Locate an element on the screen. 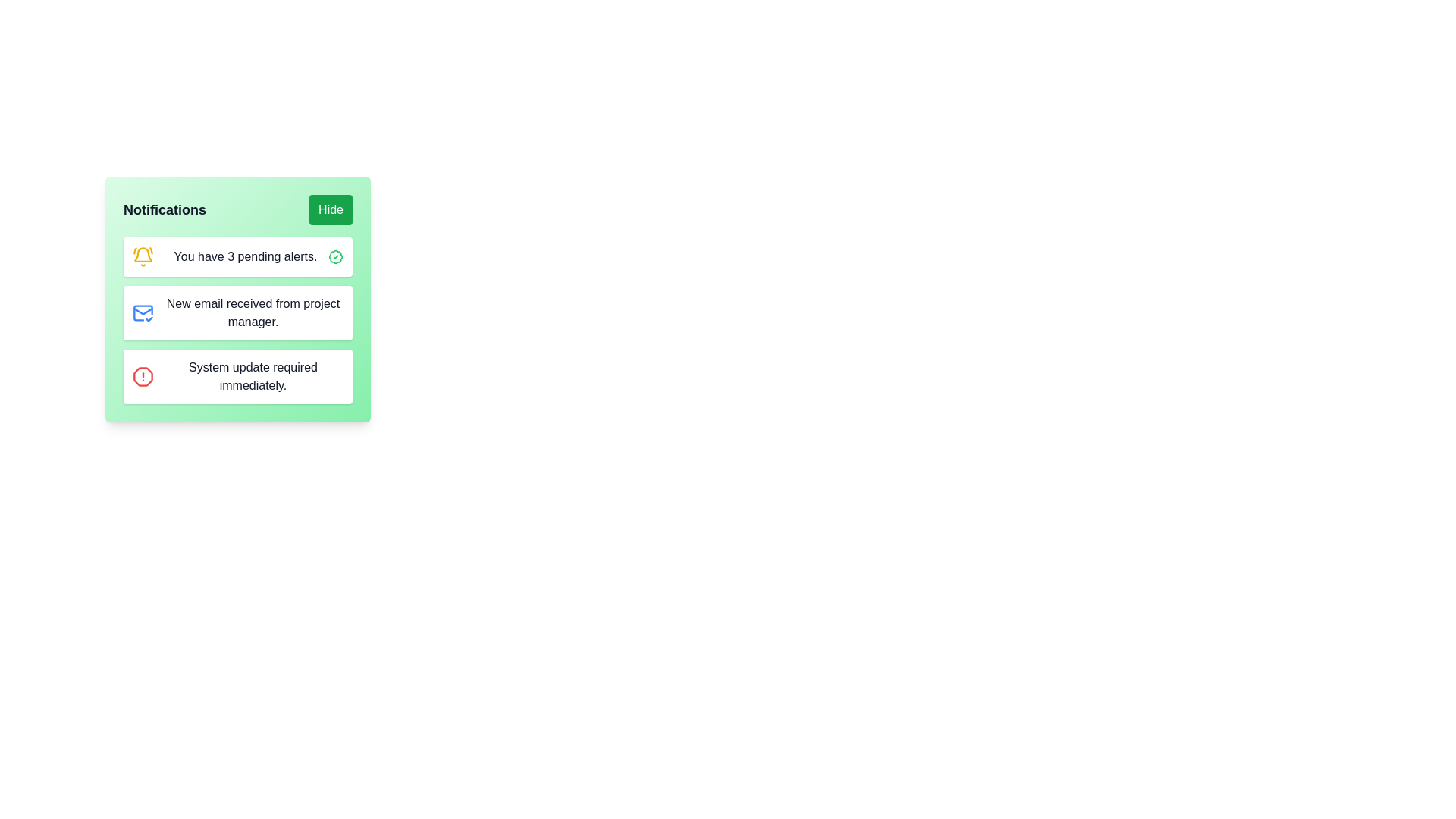  the informational message about the system update requirement located in the notification panel as the third item in the list is located at coordinates (253, 376).